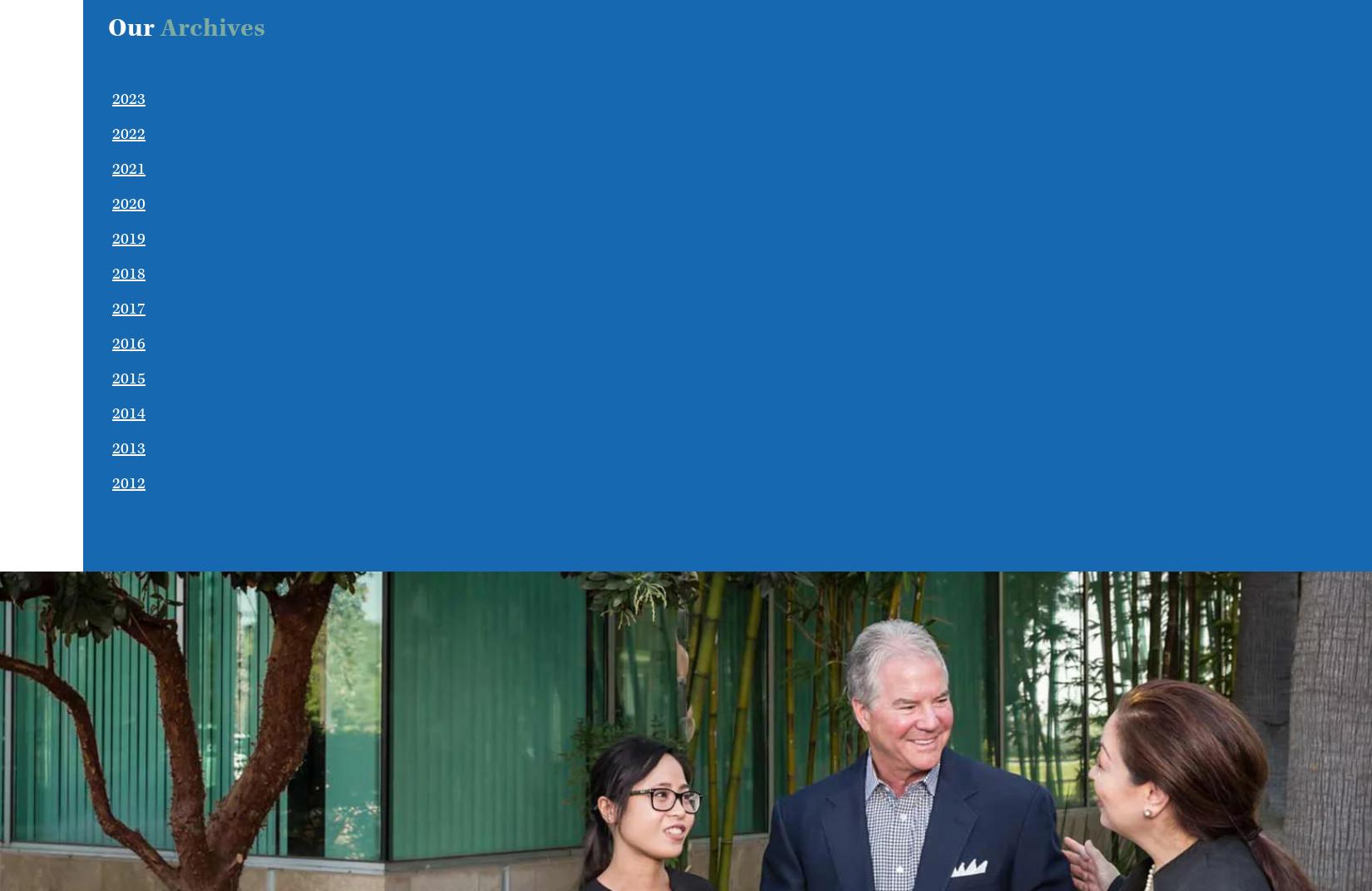  What do you see at coordinates (128, 99) in the screenshot?
I see `'2023'` at bounding box center [128, 99].